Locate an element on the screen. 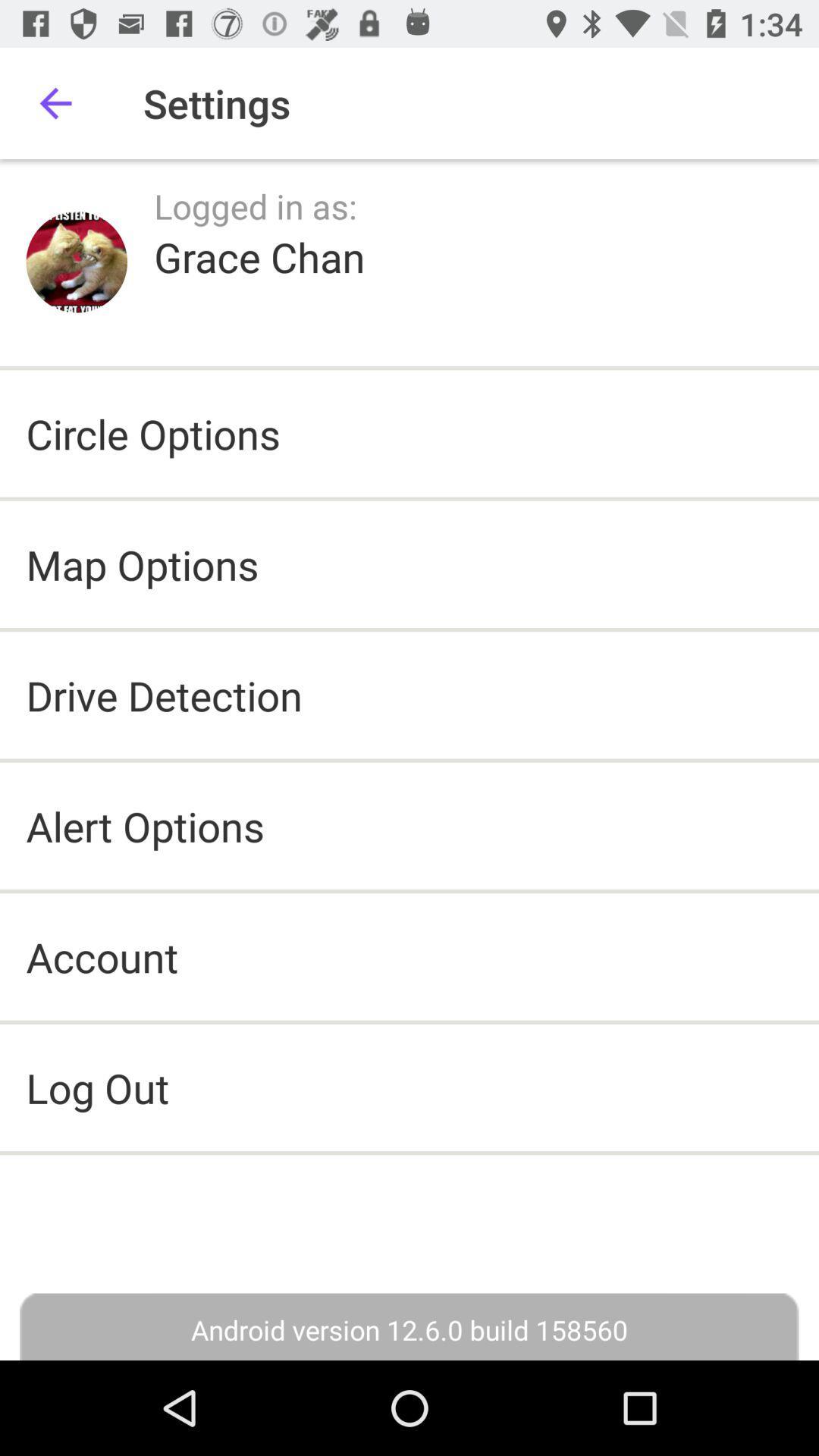  icon above circle options icon is located at coordinates (77, 262).